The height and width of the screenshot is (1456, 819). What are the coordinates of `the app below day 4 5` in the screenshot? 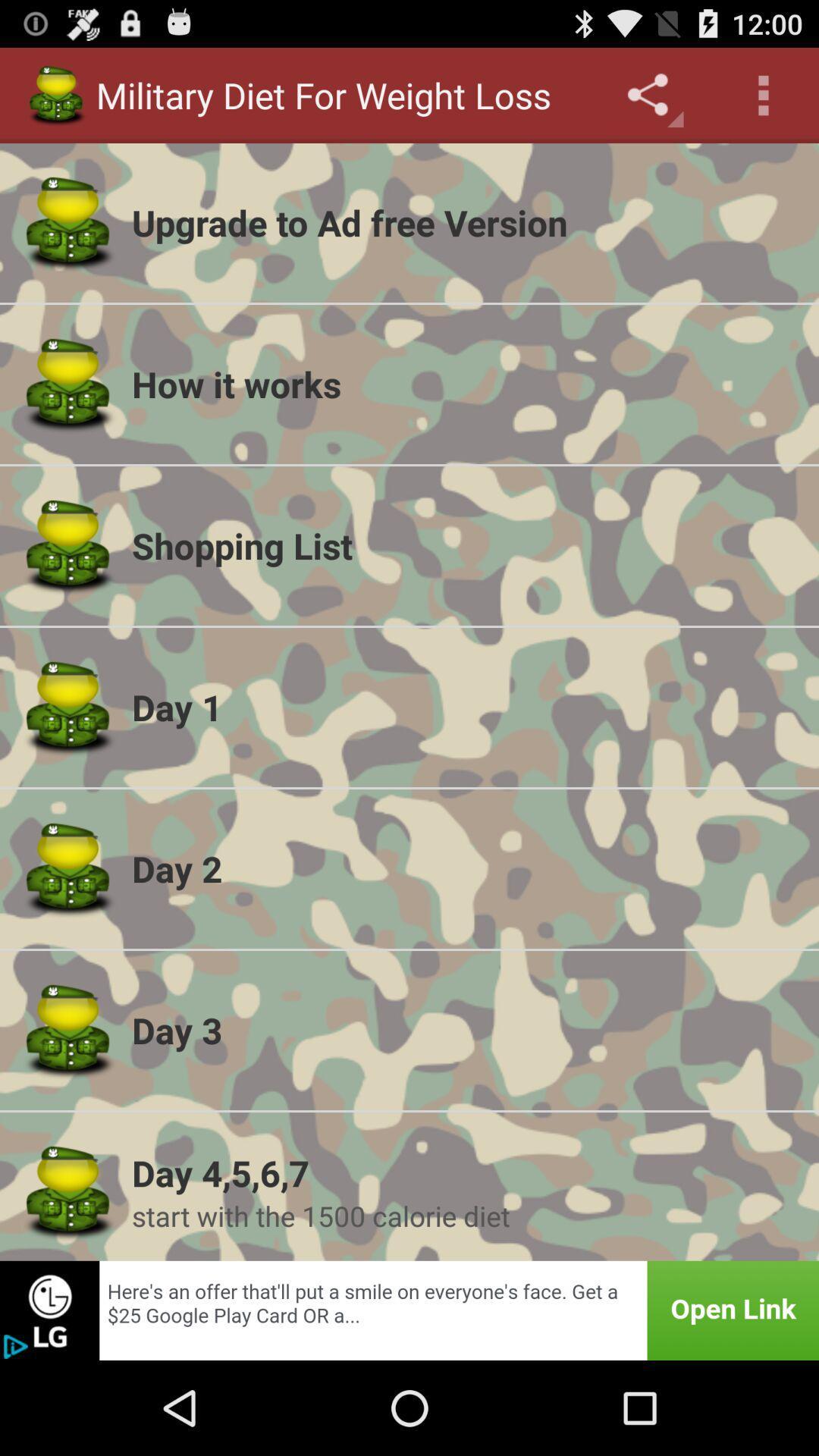 It's located at (465, 1216).